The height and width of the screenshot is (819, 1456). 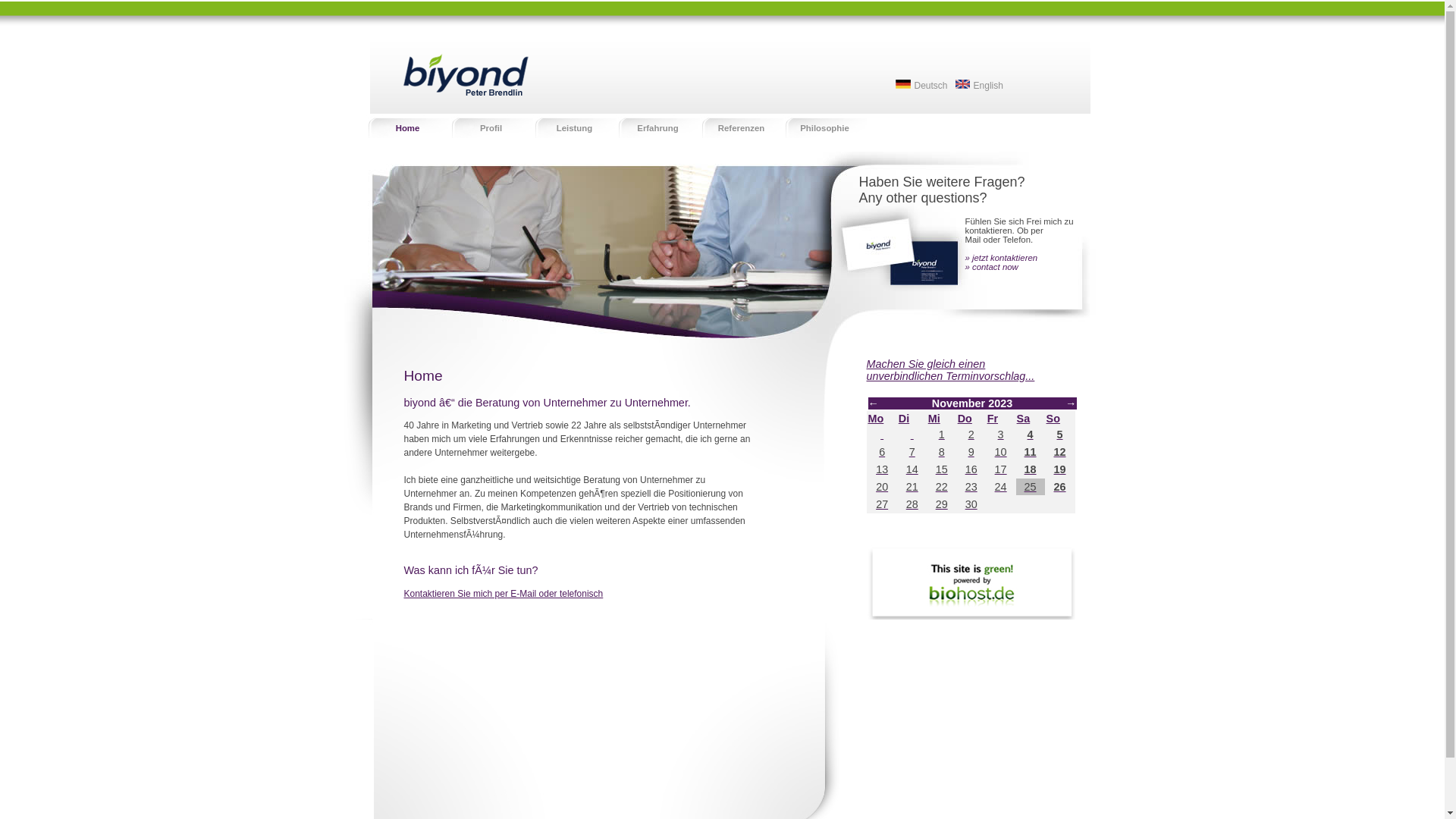 What do you see at coordinates (971, 435) in the screenshot?
I see `'2'` at bounding box center [971, 435].